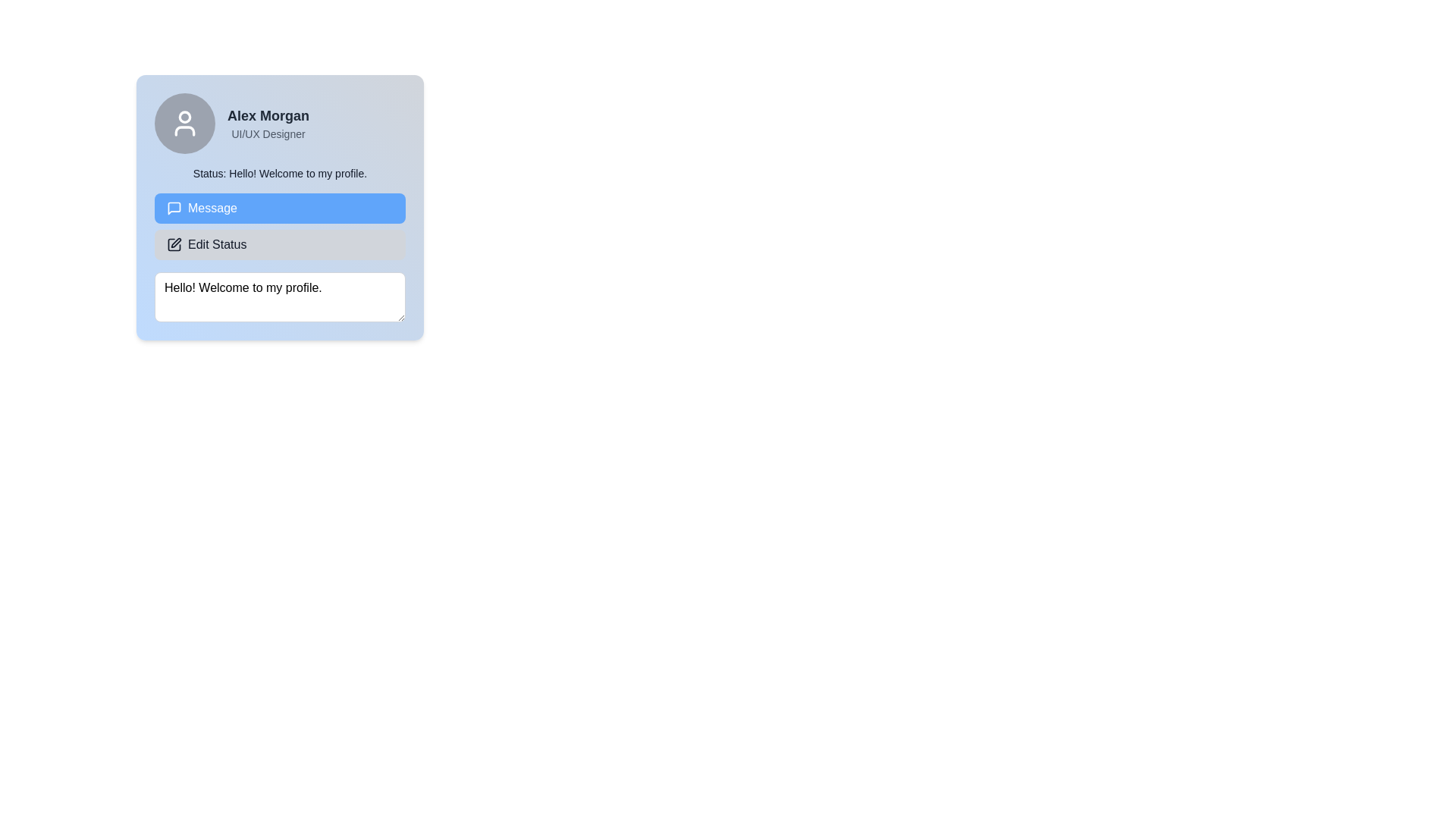 This screenshot has width=1456, height=819. Describe the element at coordinates (174, 208) in the screenshot. I see `the chat bubble icon within the blue 'Message' button located on the left side of its text` at that location.